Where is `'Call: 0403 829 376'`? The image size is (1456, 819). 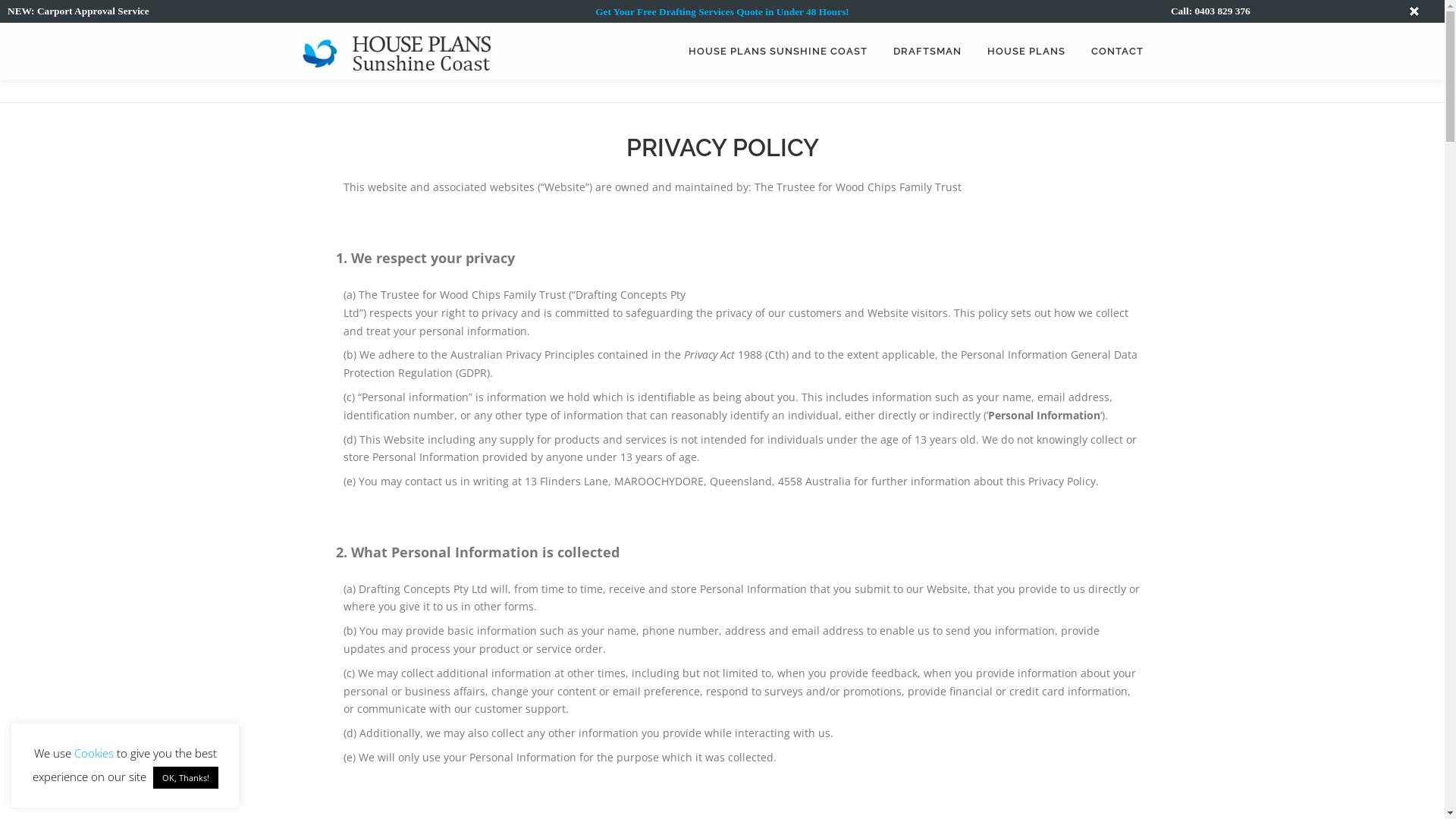 'Call: 0403 829 376' is located at coordinates (1170, 11).